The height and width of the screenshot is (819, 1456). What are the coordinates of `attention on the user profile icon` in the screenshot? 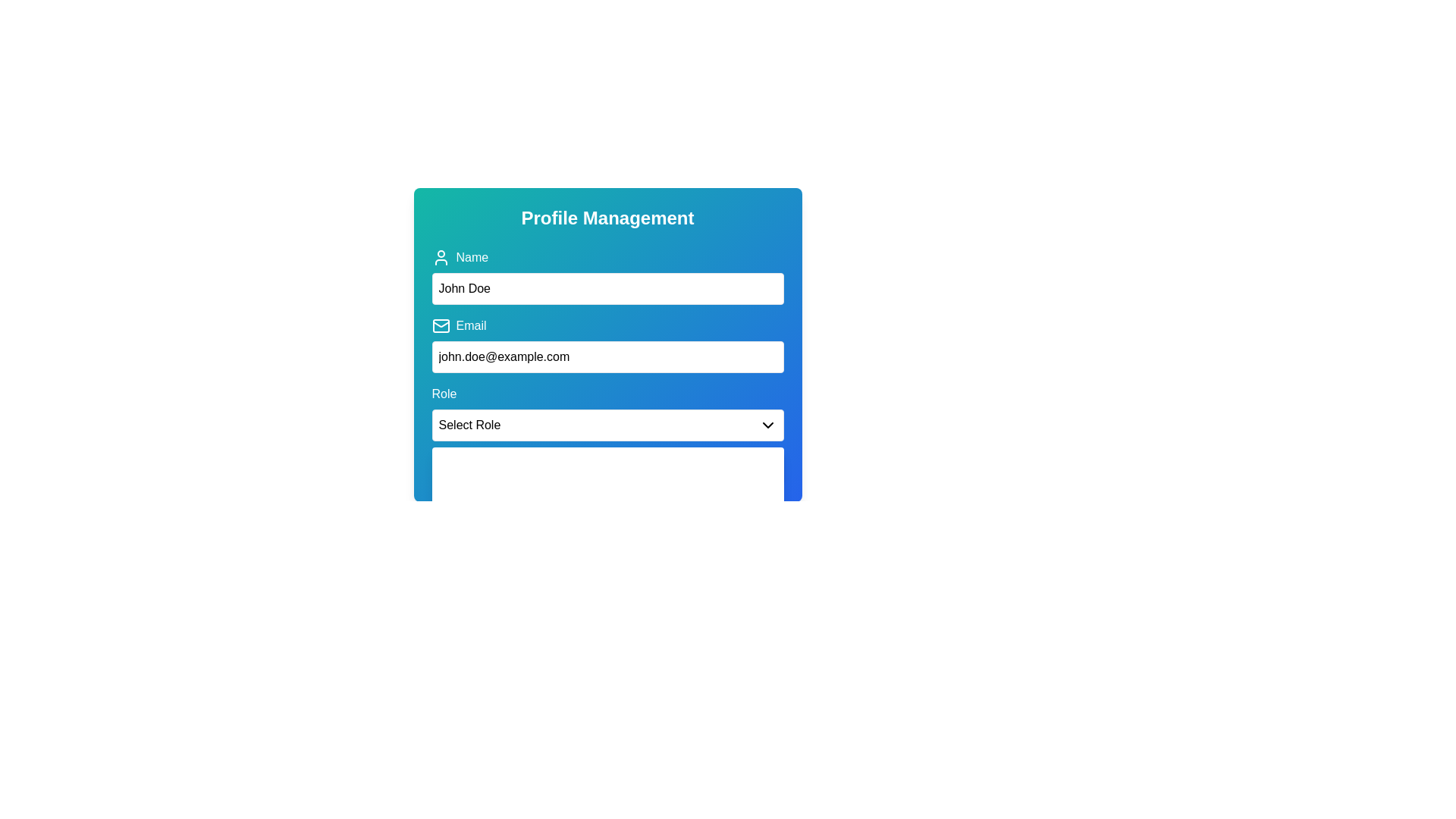 It's located at (440, 256).